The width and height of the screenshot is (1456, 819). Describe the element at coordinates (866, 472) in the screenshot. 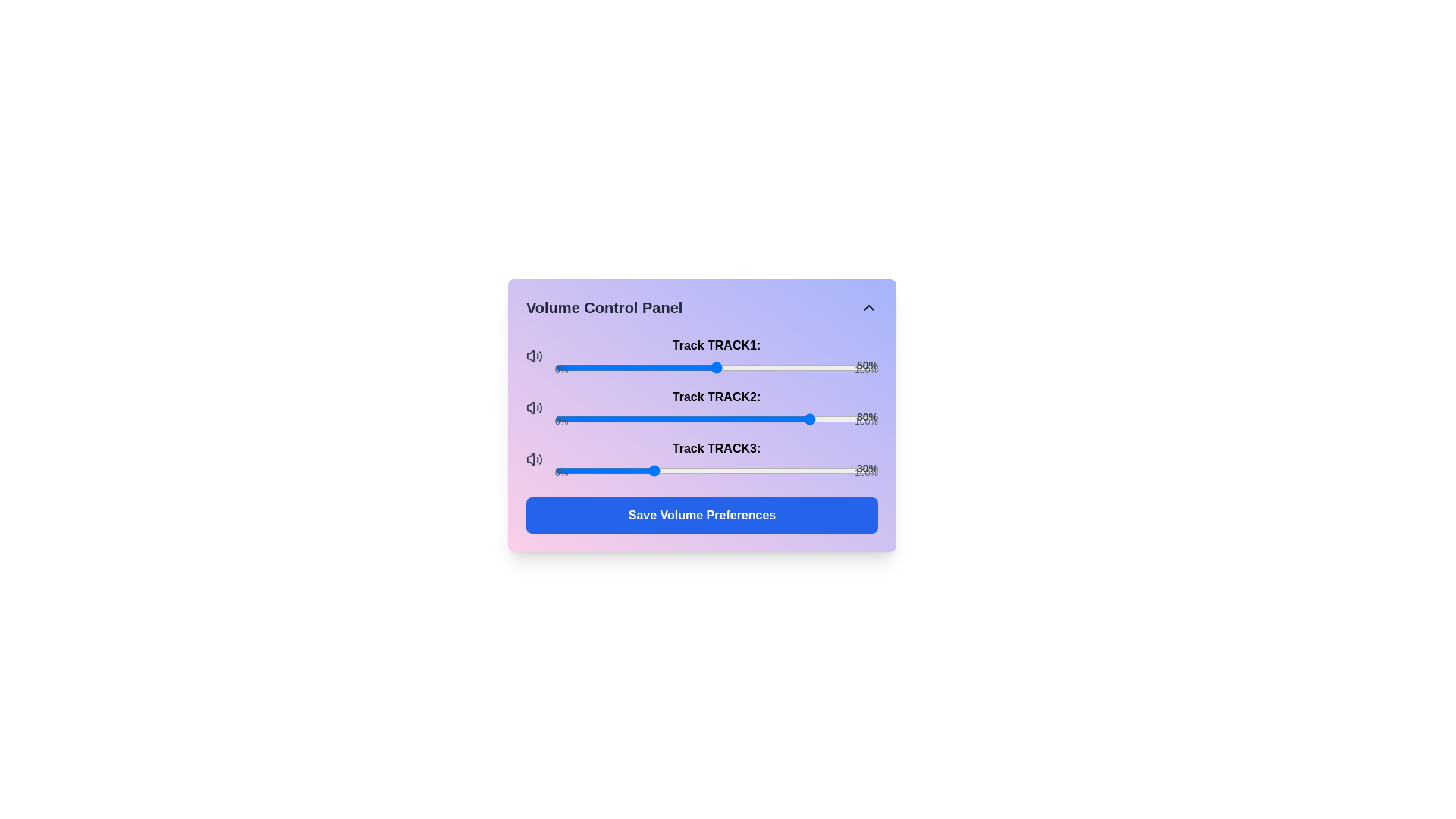

I see `the label indicating the maximum value of the adjacent slider in the Volume Control Panel, which displays '100%'` at that location.